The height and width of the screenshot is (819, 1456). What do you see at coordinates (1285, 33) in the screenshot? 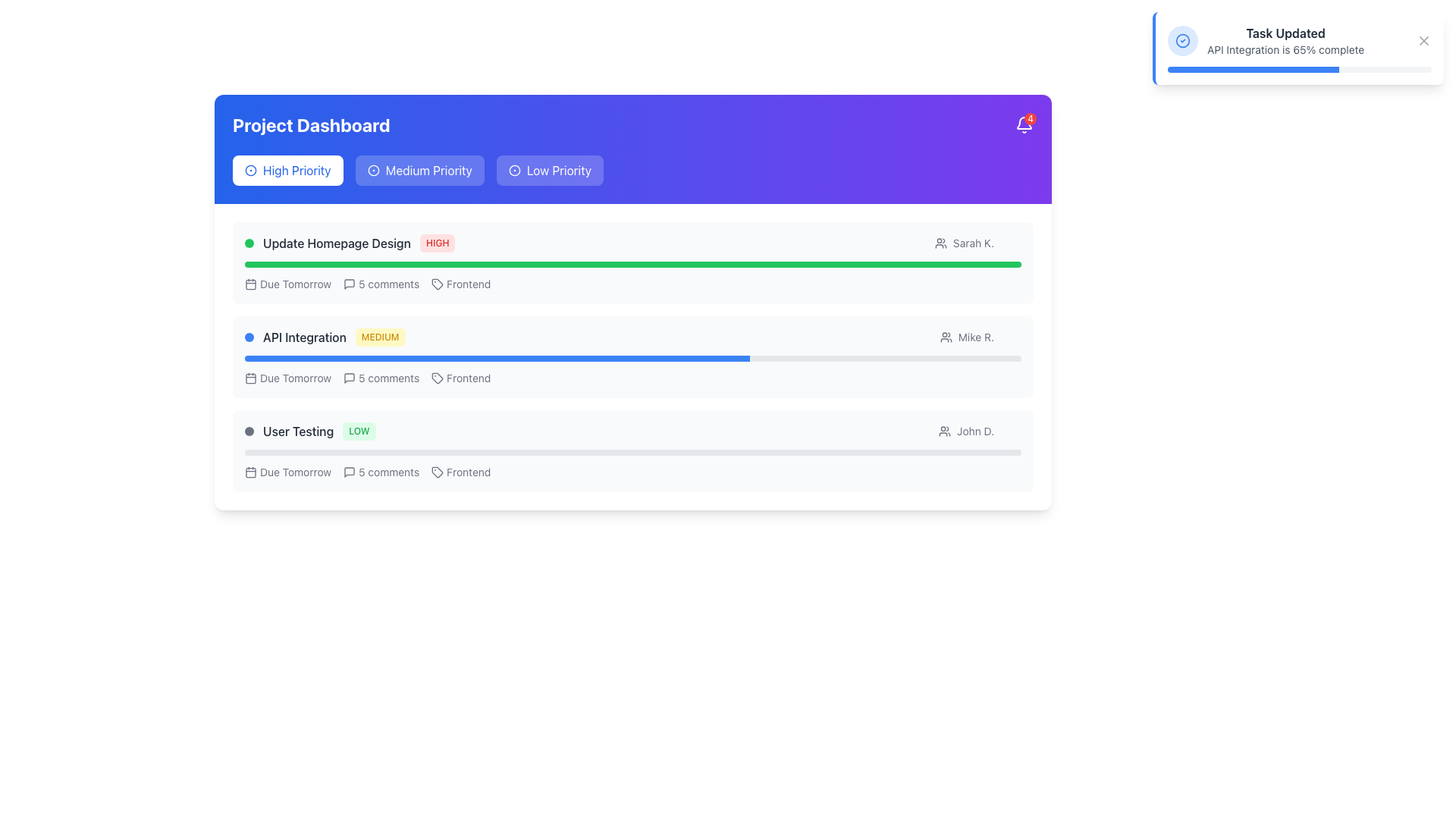
I see `the text label reading 'Task Updated', which is prominently styled in bold dark gray color at the top of a notification card on the top-right side of the interface` at bounding box center [1285, 33].